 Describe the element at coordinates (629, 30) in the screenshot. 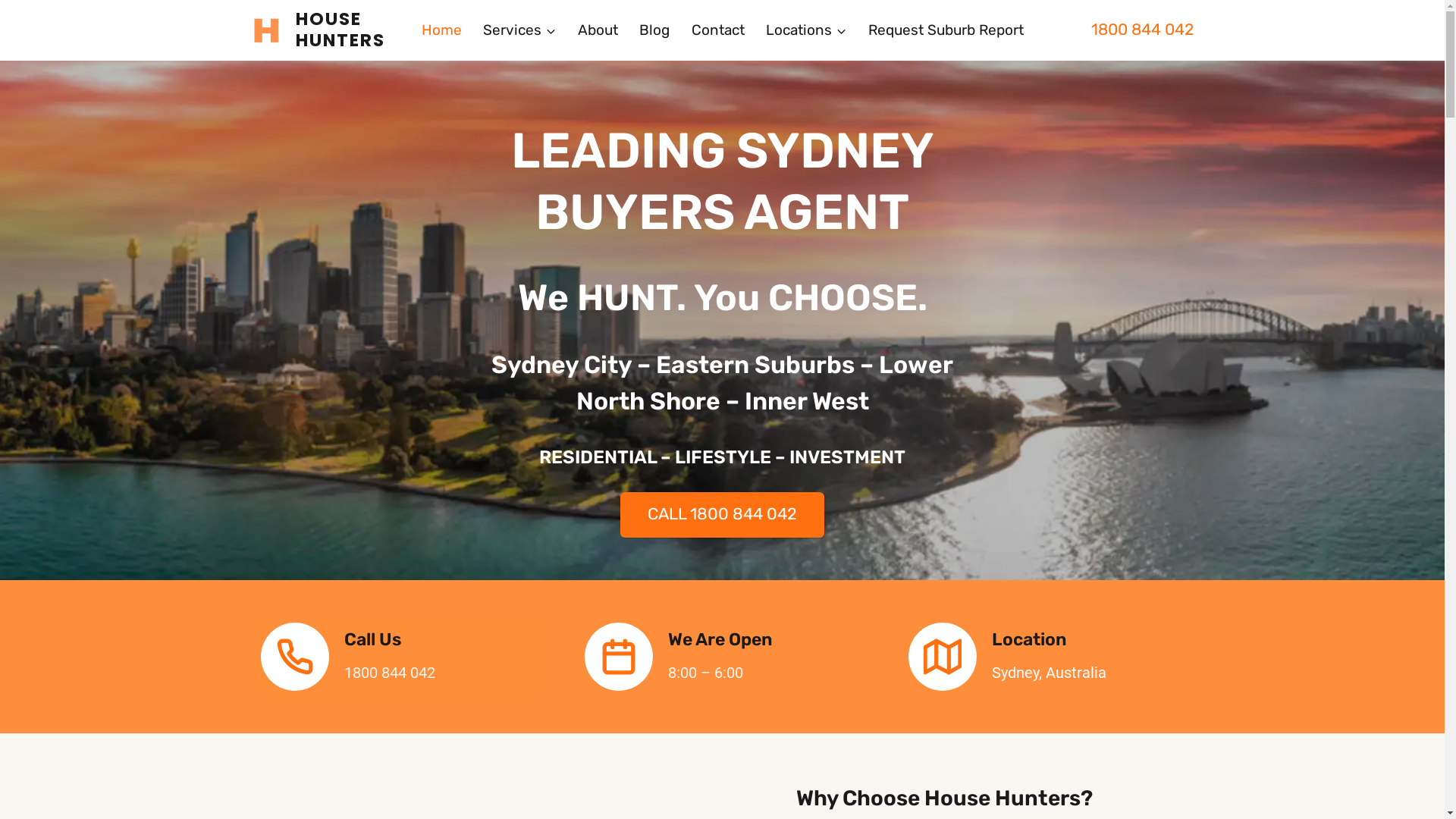

I see `'Blog'` at that location.